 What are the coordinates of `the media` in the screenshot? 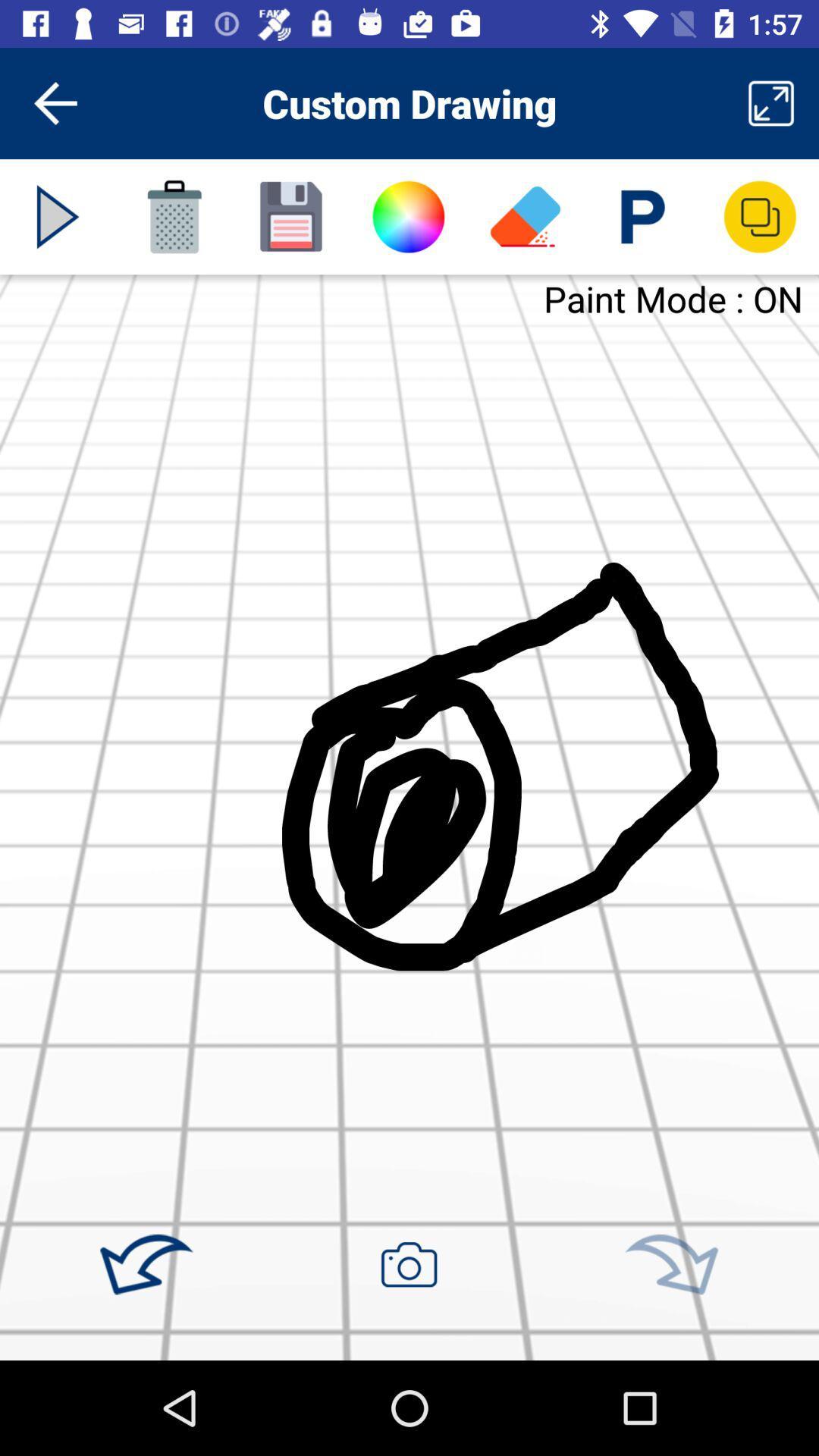 It's located at (57, 216).